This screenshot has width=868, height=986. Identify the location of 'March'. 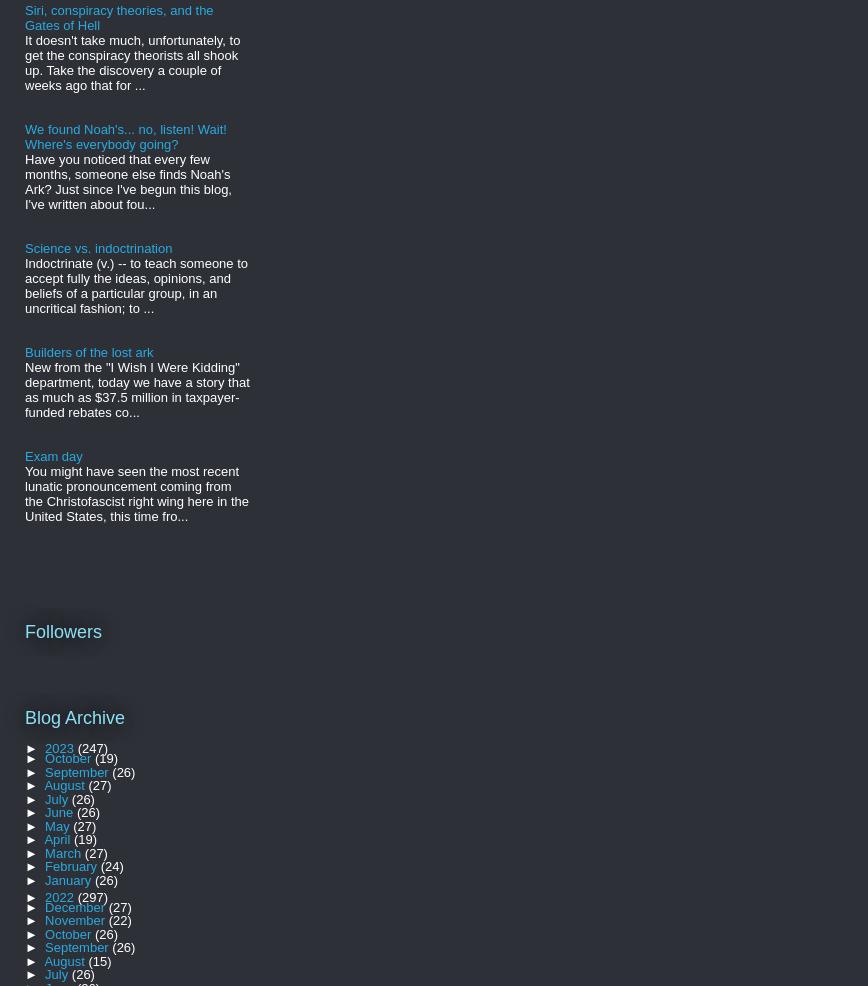
(64, 851).